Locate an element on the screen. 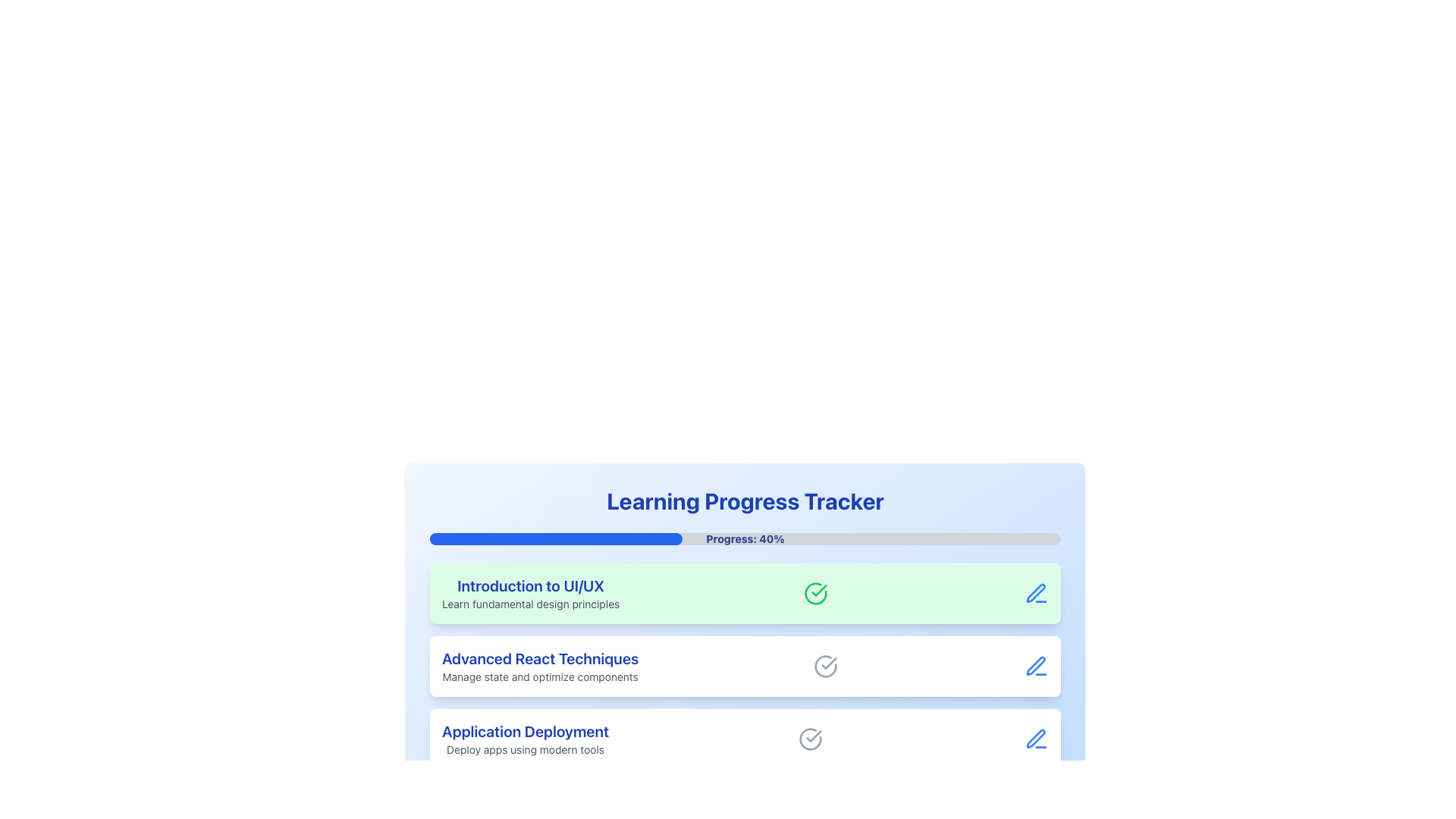 The height and width of the screenshot is (819, 1456). the pen icon located at the bottom-right corner of the 'Application Deployment' section in the Learning Progress Tracker interface to change its color for visual feedback is located at coordinates (1036, 739).